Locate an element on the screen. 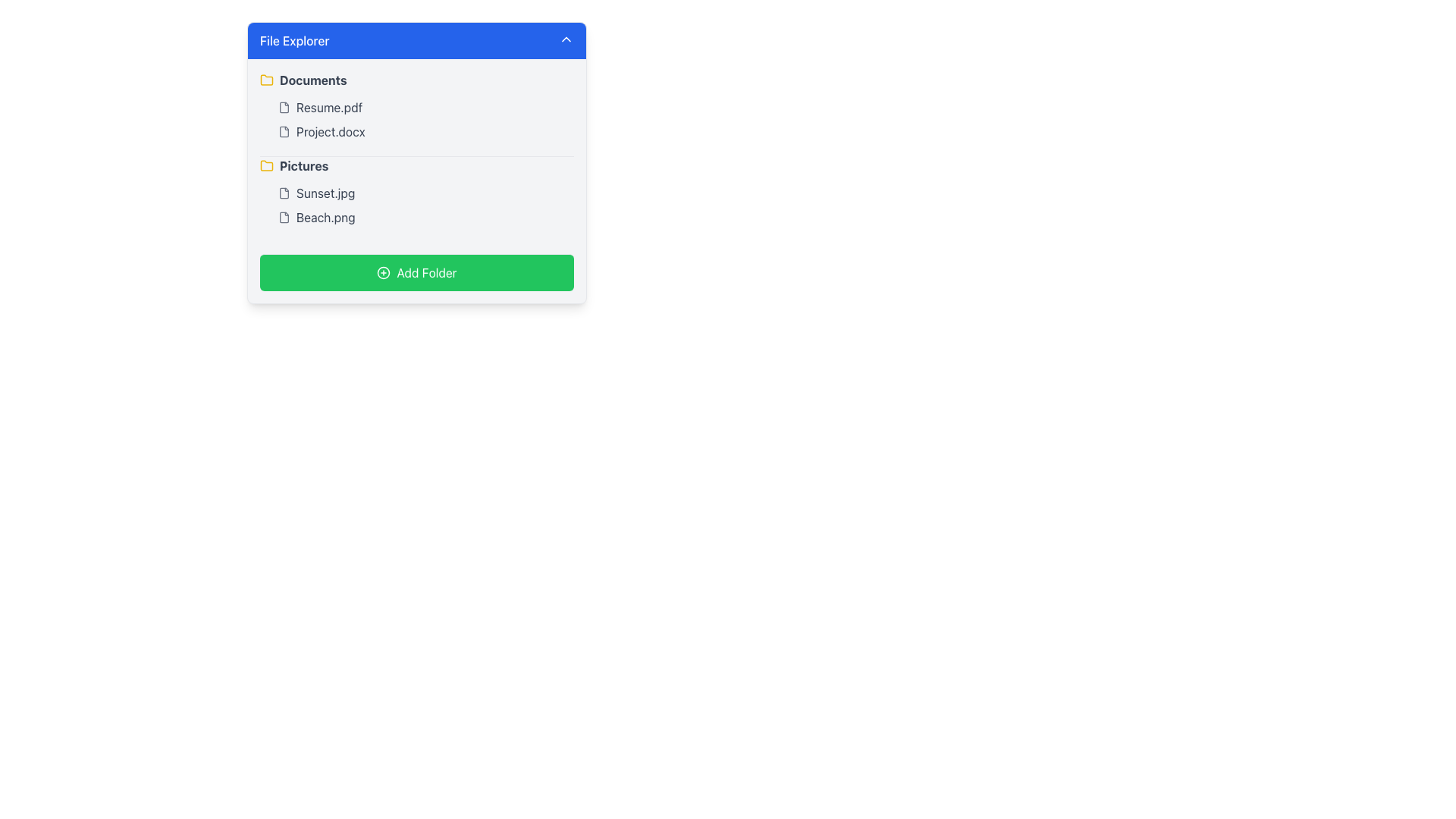  the 'Resume.pdf' file item, which is the first entry in the 'Documents' section of the 'File Explorer' is located at coordinates (425, 107).